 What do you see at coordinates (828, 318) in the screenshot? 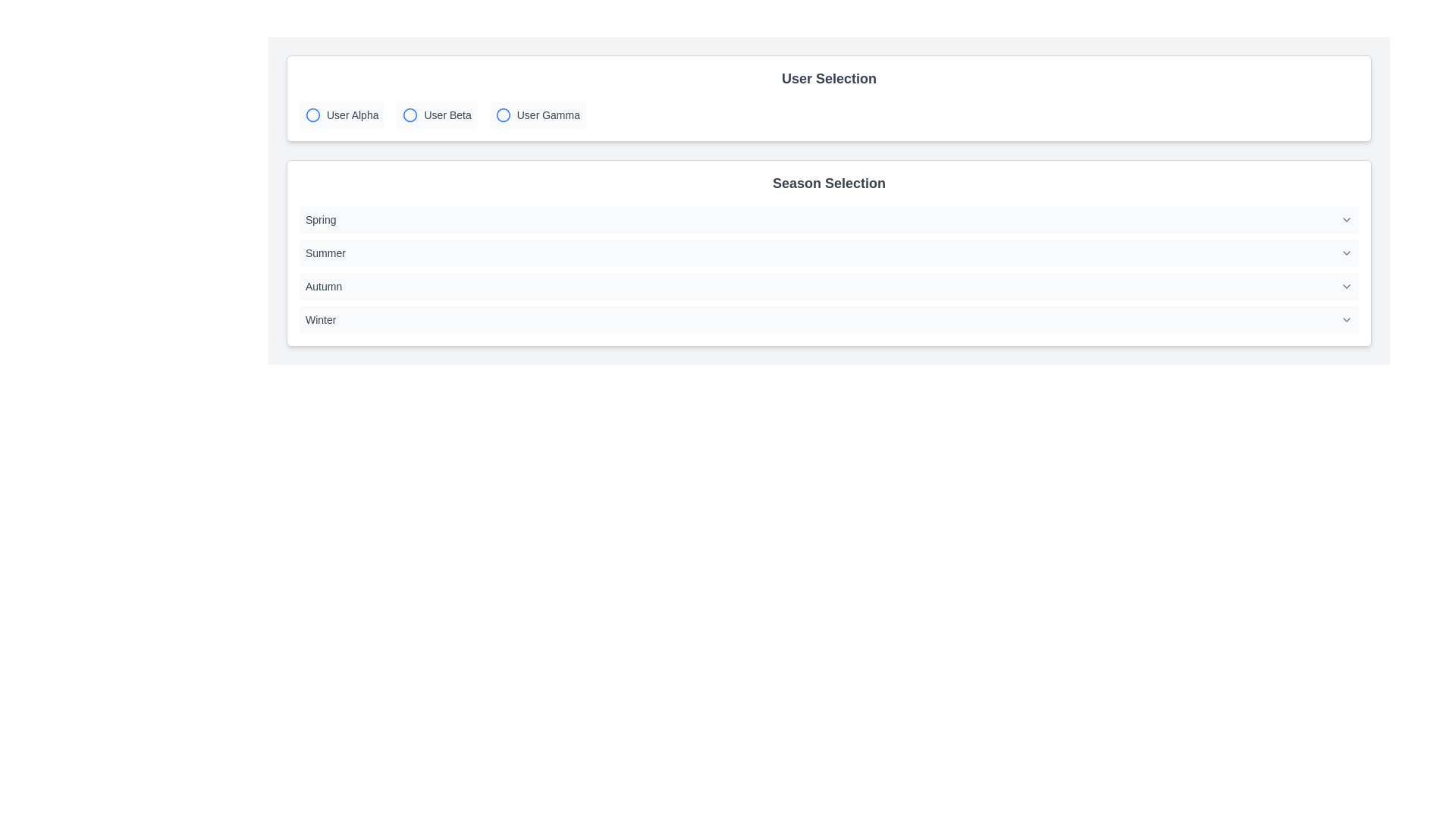
I see `the 'Winter' season option in the 'Season Selection' section` at bounding box center [828, 318].